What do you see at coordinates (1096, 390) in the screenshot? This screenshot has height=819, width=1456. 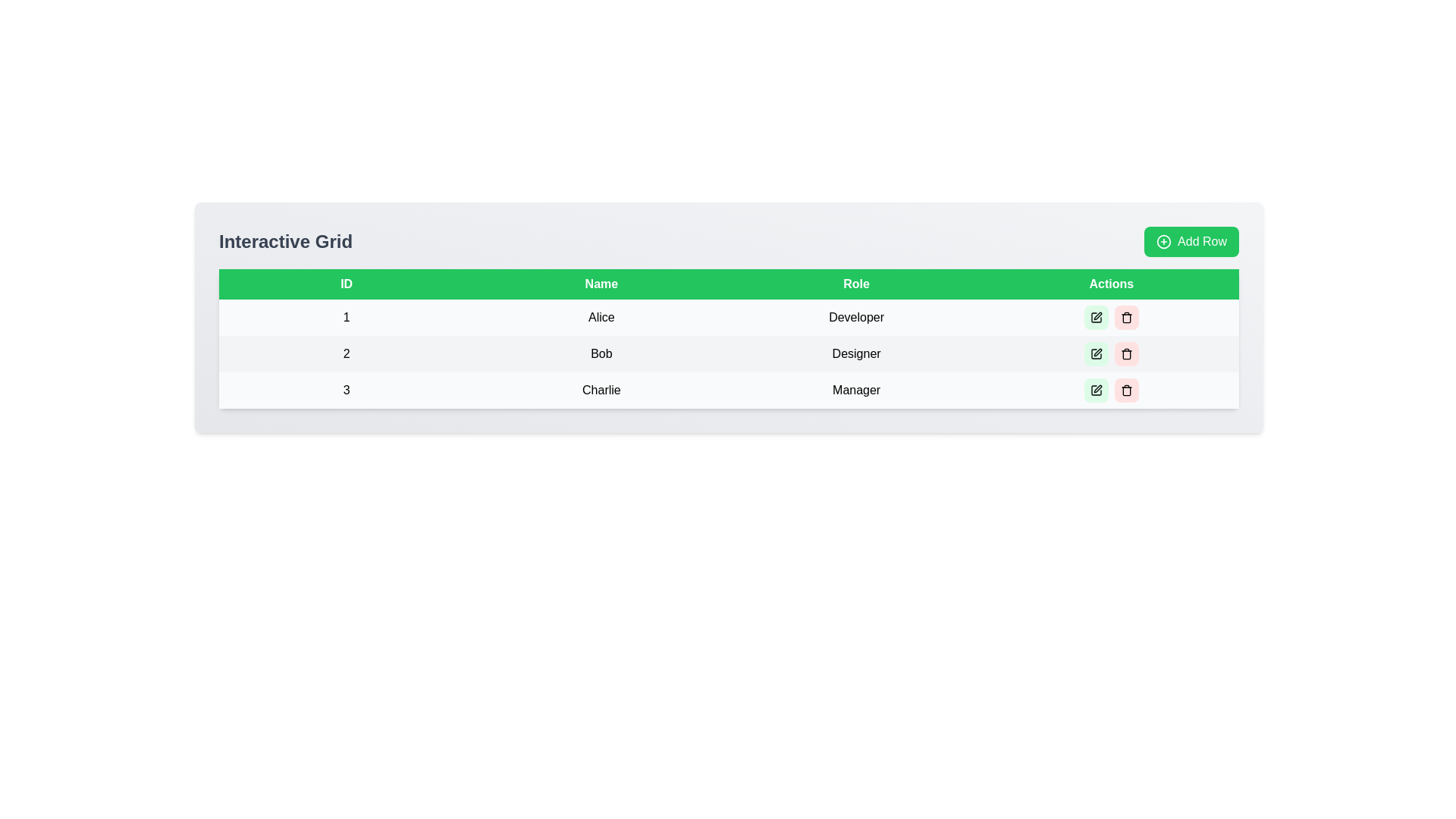 I see `the first button in the 'Actions' column of the 'Interactive Grid' table corresponding to the 'Manager' role` at bounding box center [1096, 390].